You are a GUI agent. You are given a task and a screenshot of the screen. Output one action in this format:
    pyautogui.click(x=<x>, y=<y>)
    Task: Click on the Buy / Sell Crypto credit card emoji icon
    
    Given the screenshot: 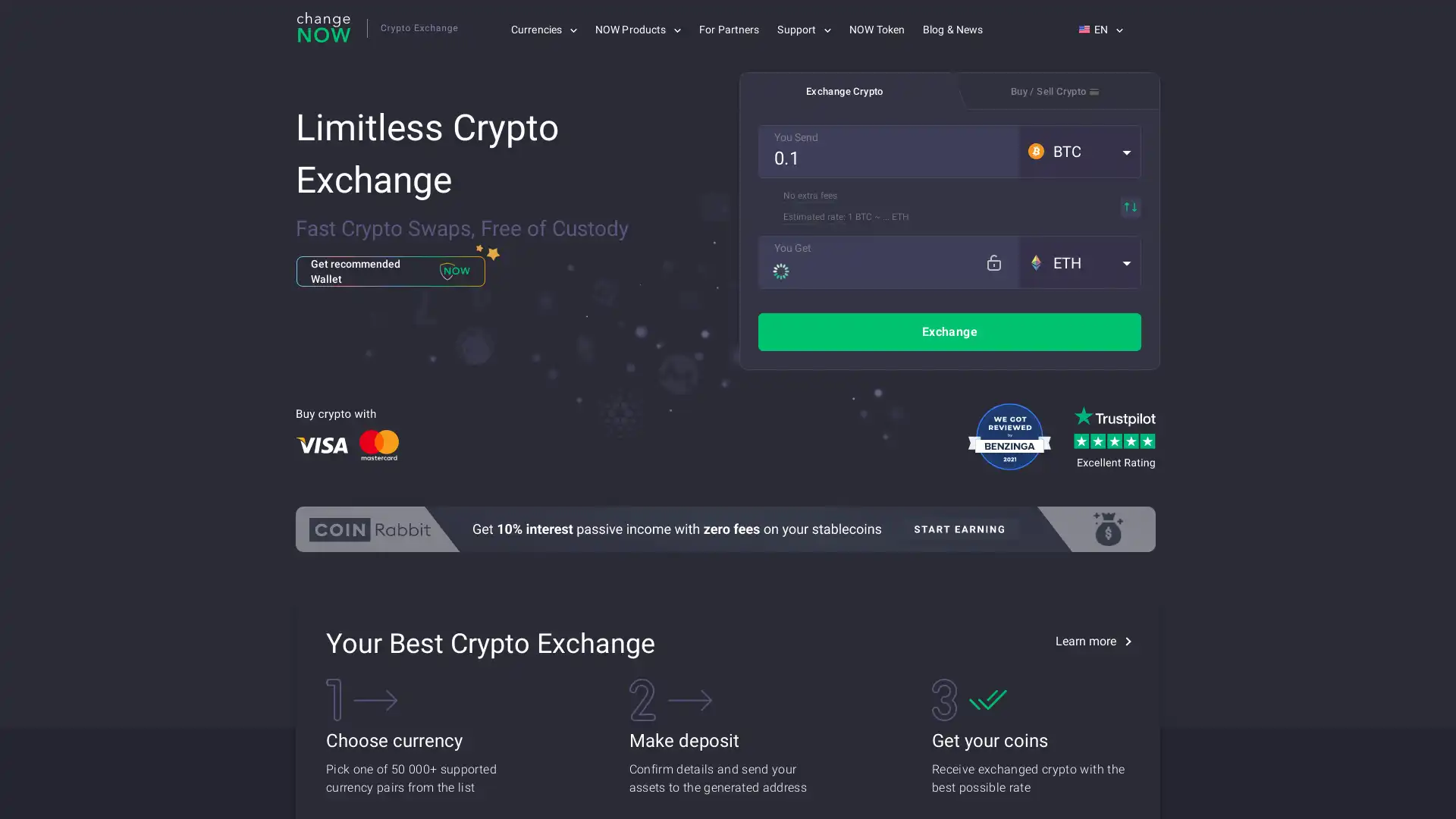 What is the action you would take?
    pyautogui.click(x=1054, y=90)
    